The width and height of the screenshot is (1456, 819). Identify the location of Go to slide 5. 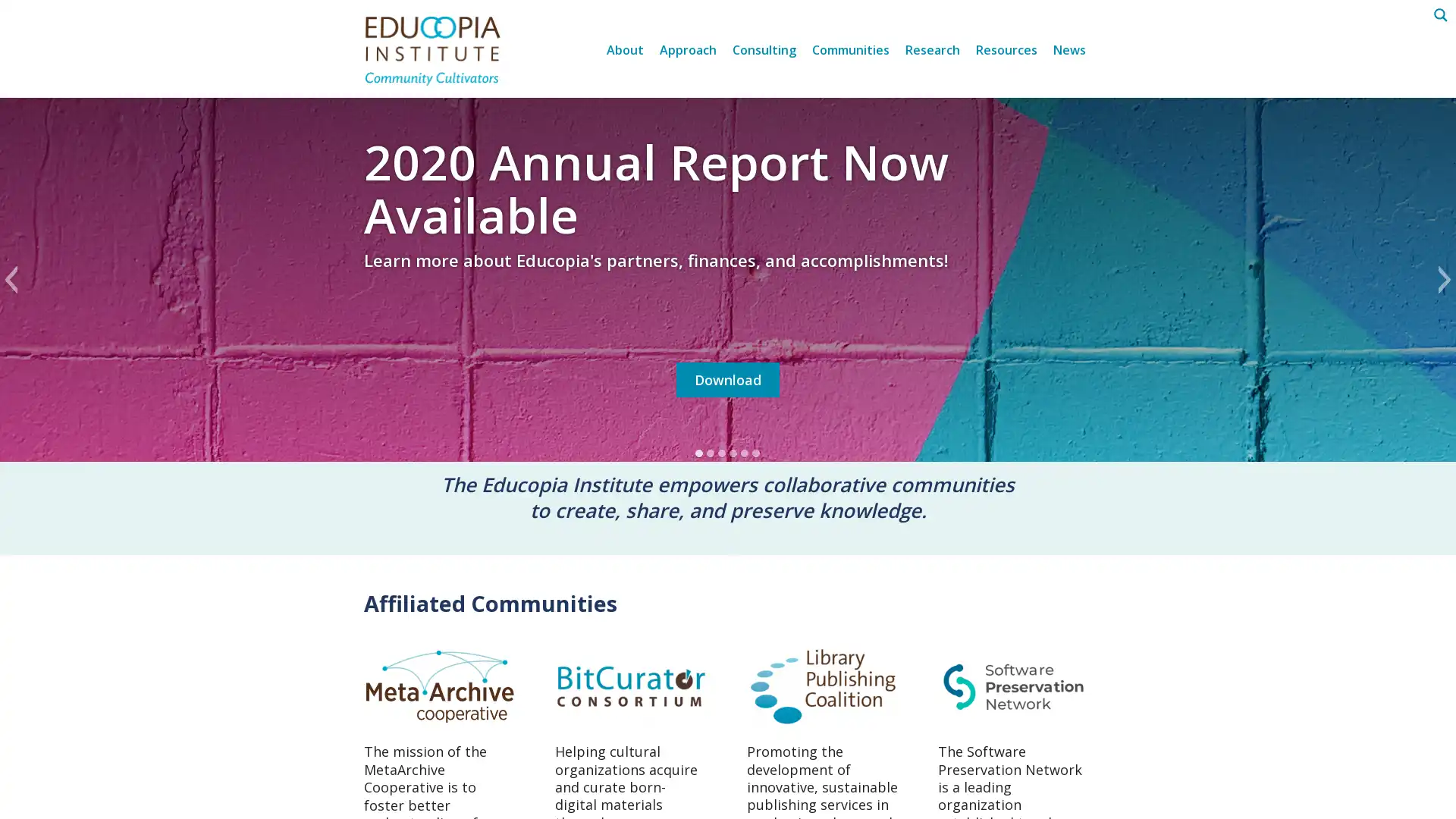
(745, 453).